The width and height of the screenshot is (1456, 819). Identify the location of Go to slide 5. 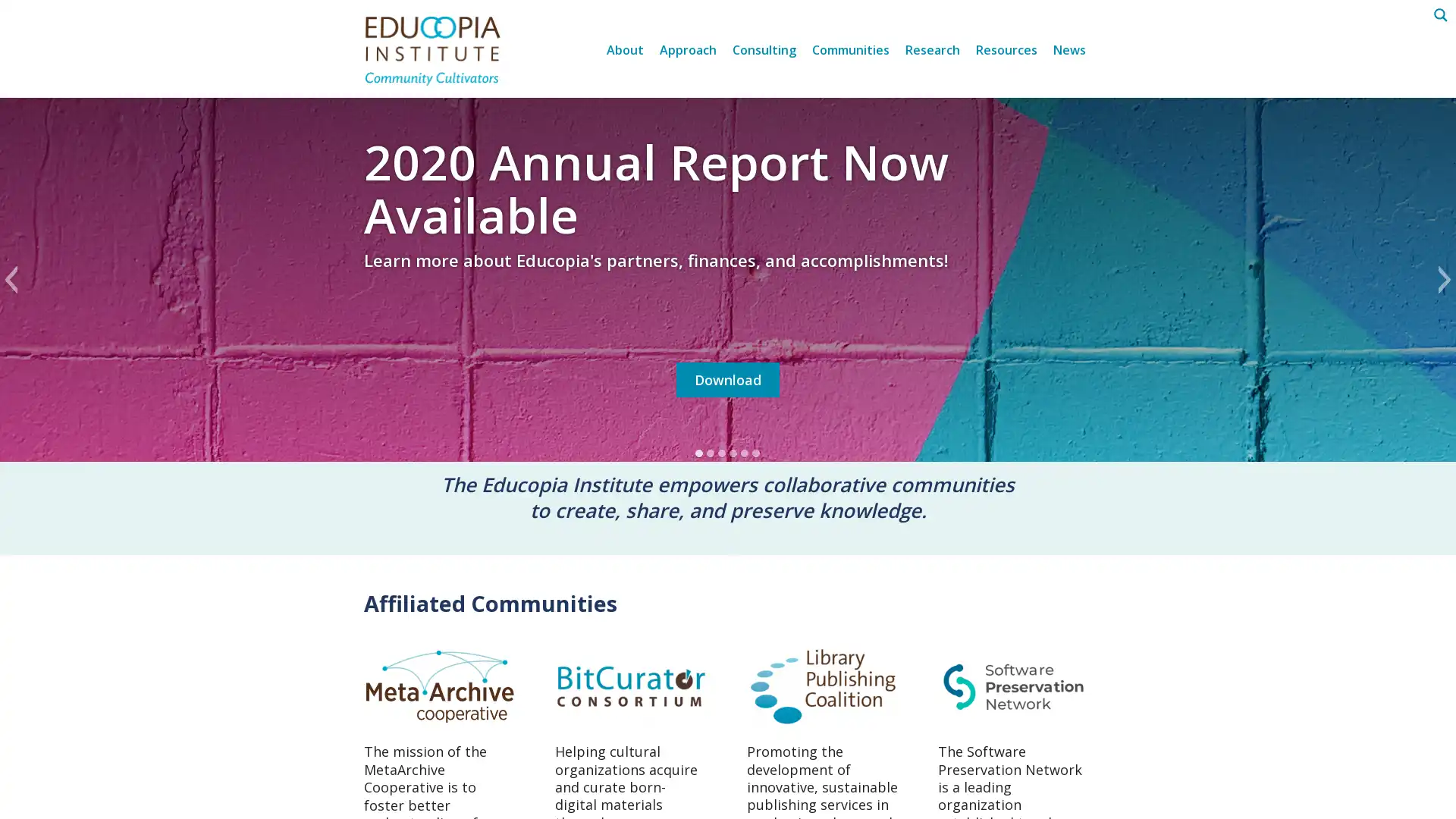
(745, 453).